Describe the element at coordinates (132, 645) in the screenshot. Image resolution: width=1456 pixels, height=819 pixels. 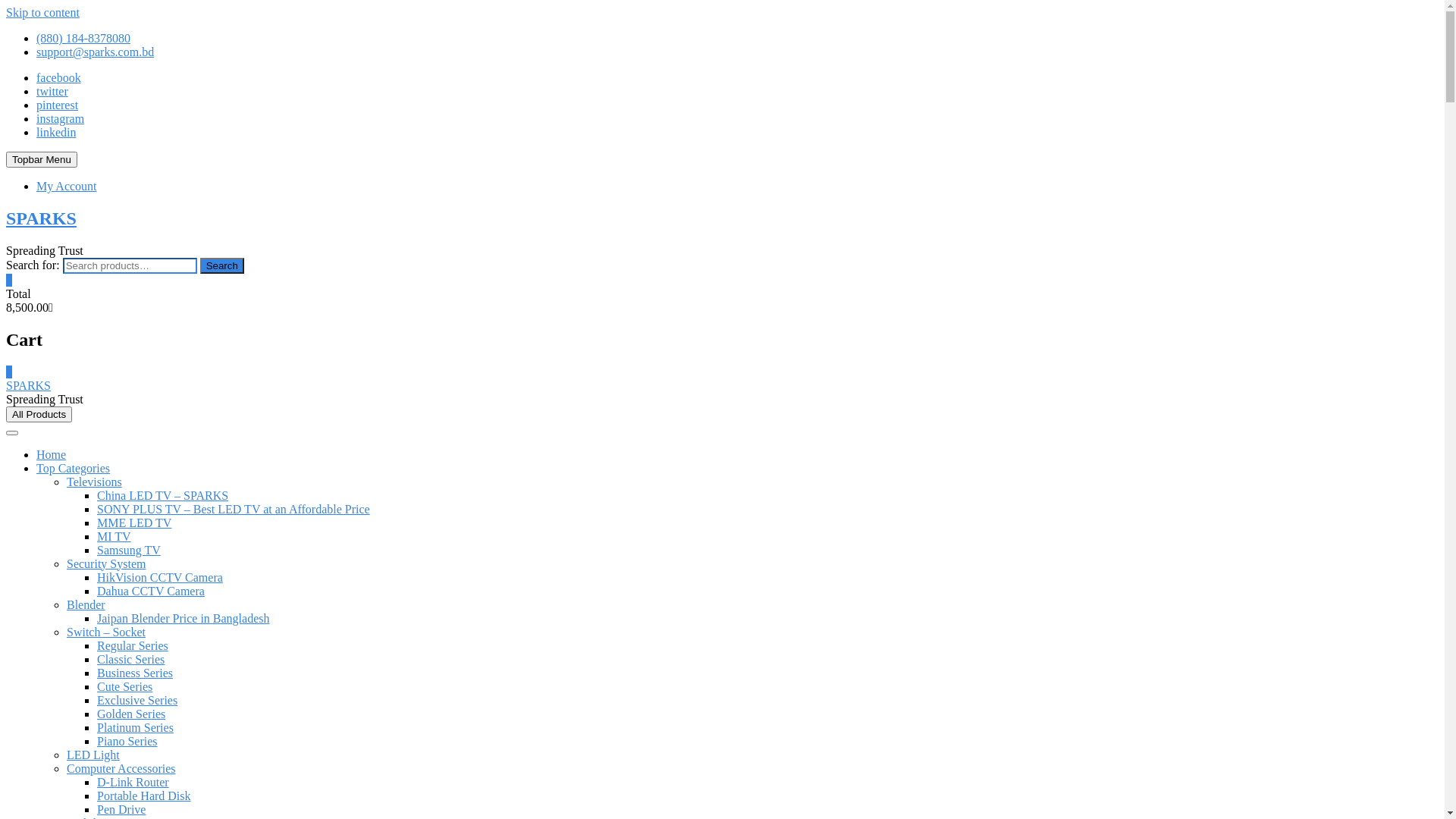
I see `'Regular Series'` at that location.